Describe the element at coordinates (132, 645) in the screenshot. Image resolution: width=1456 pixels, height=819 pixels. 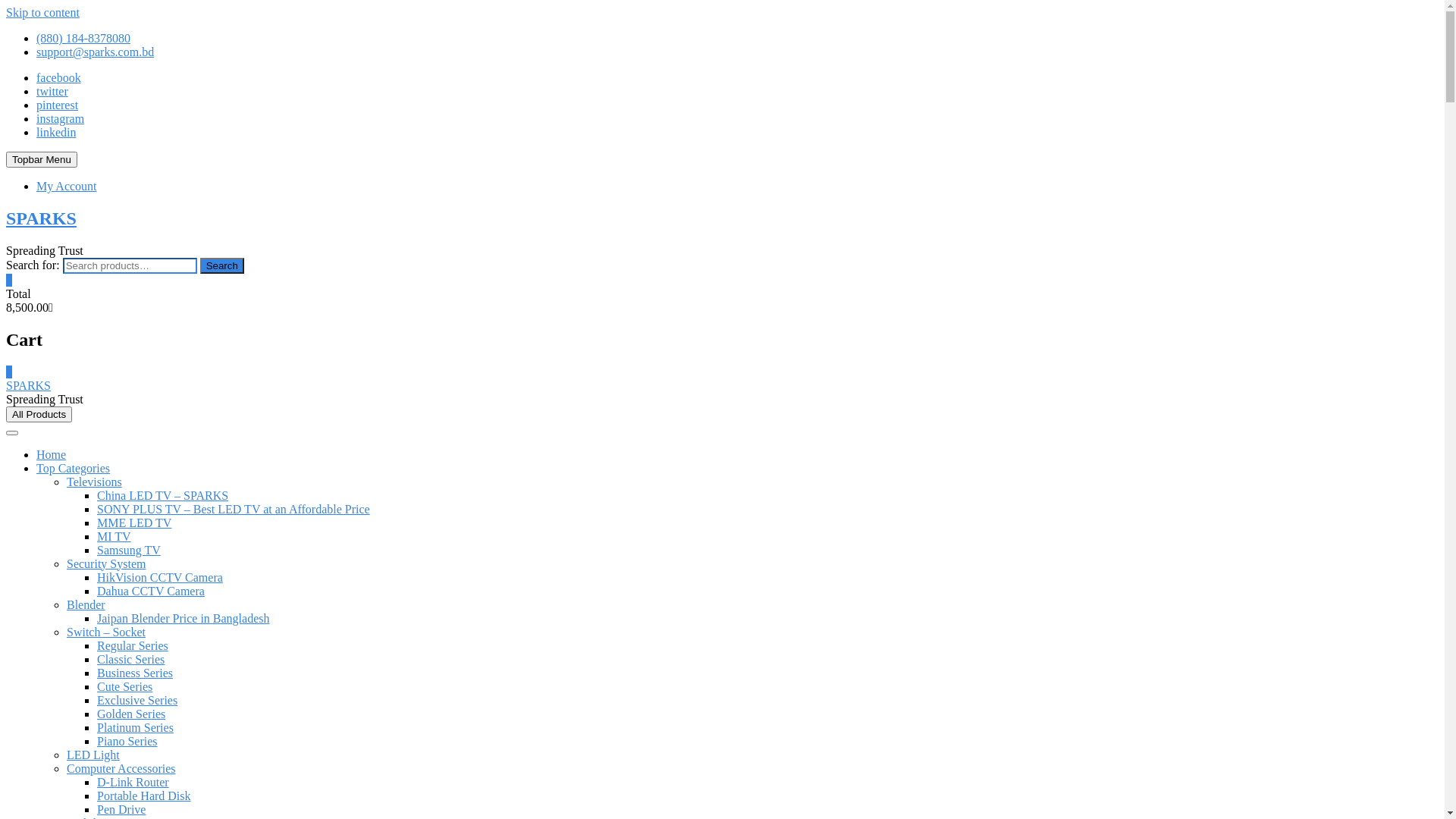
I see `'Regular Series'` at that location.